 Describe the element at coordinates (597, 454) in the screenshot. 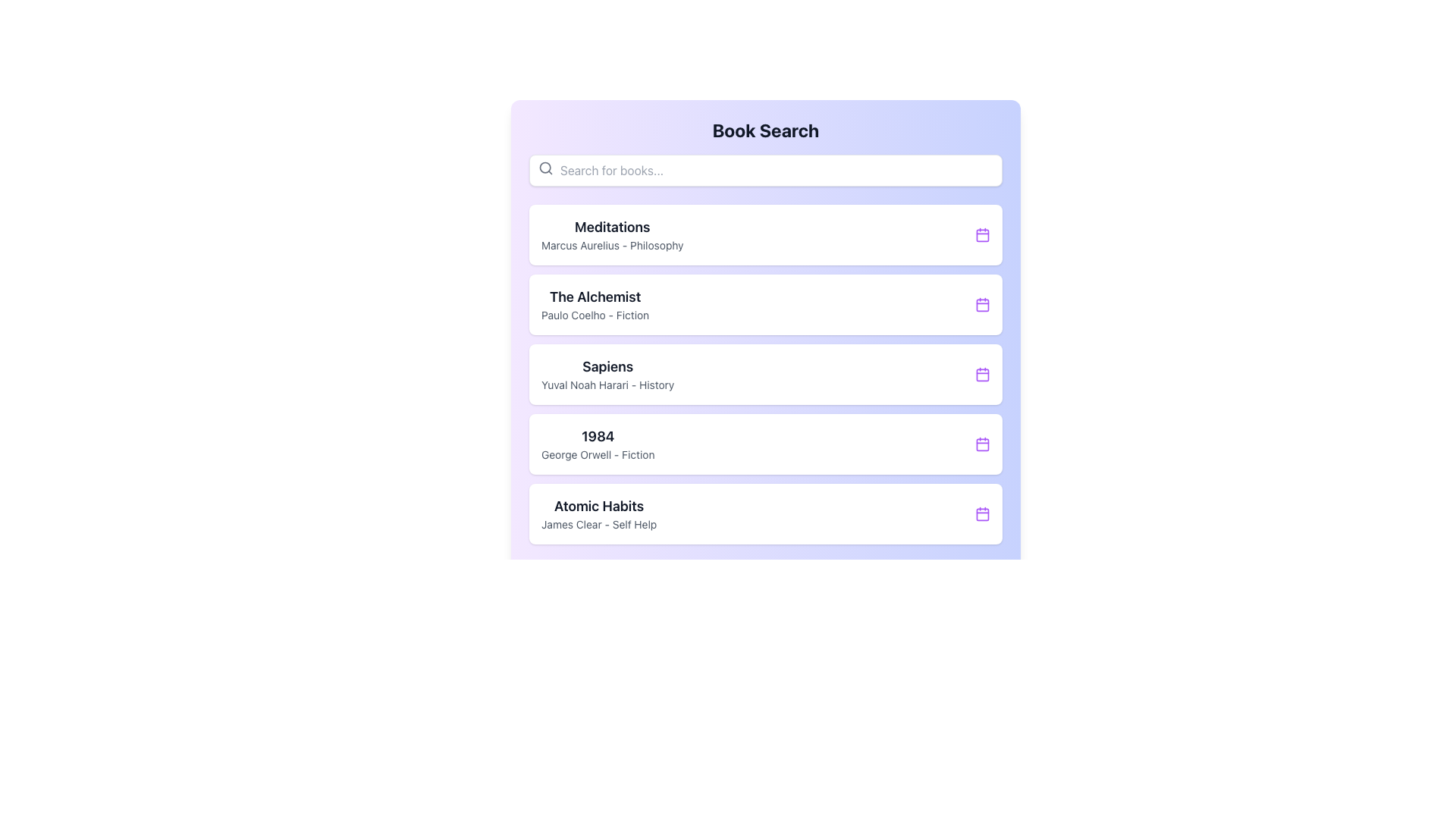

I see `the text label displaying the author's name and genre for the book entry '1984', located on the right side beneath the title` at that location.